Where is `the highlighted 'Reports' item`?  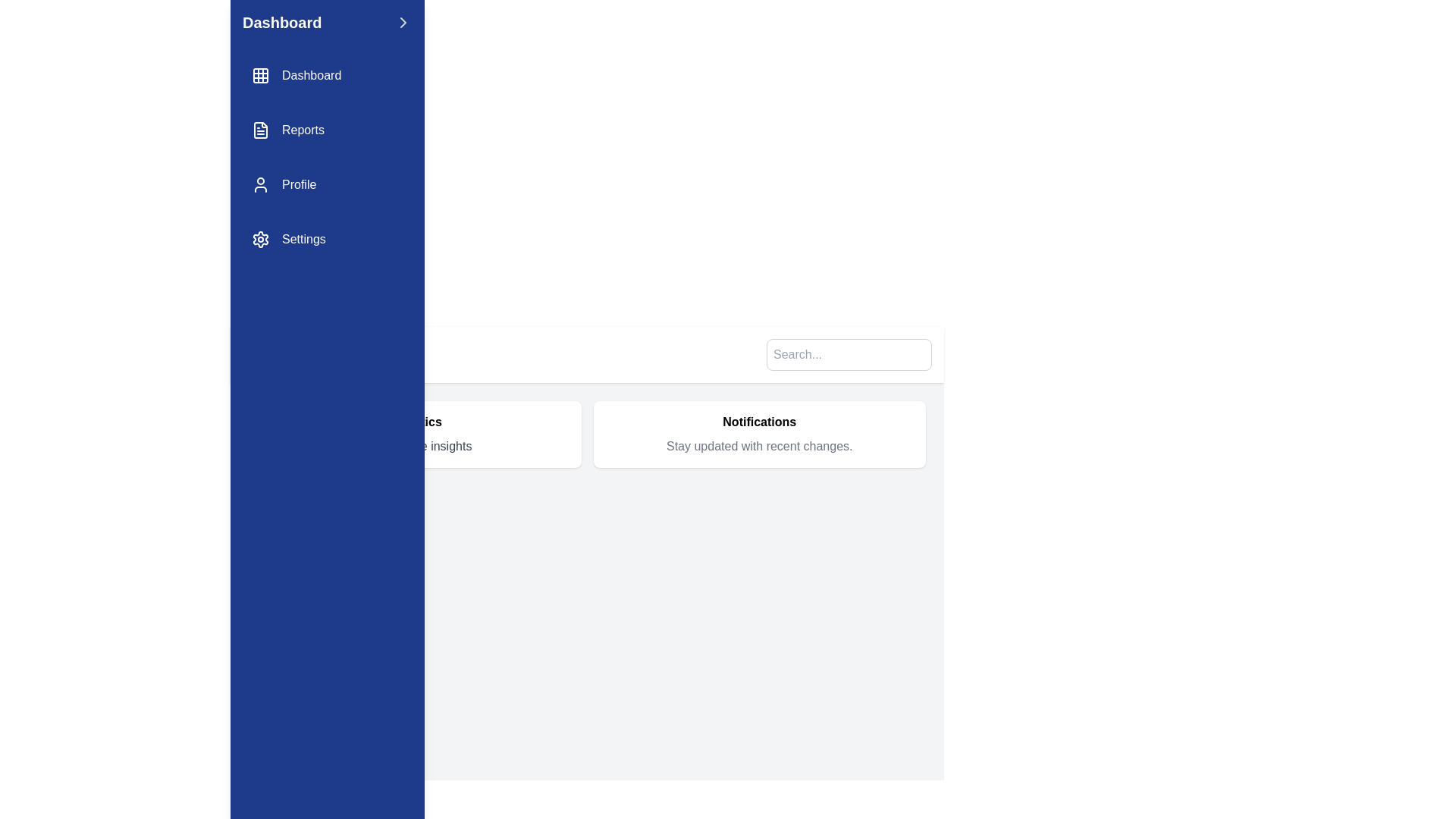 the highlighted 'Reports' item is located at coordinates (327, 158).